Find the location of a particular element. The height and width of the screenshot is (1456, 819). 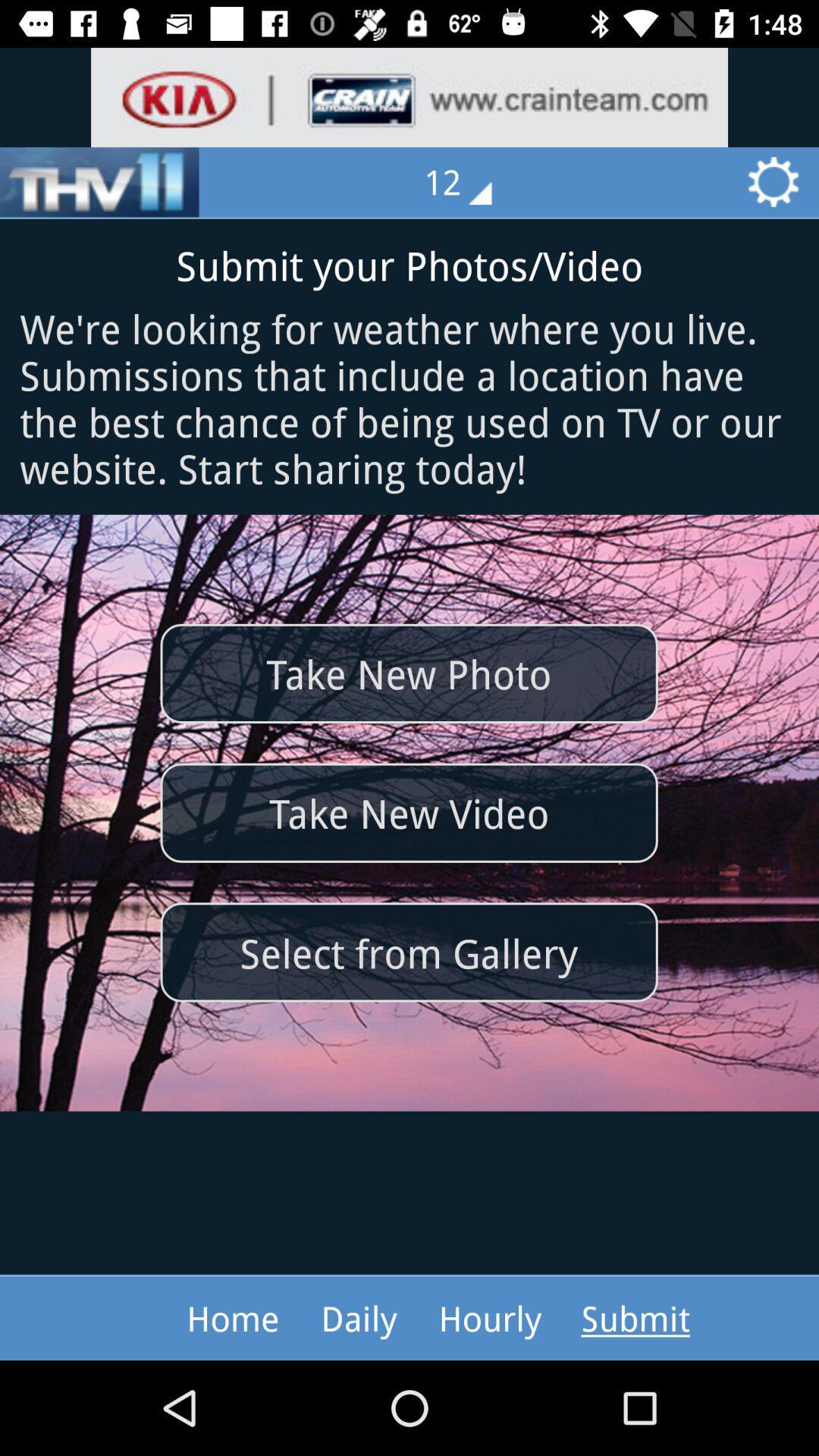

select from gallery item is located at coordinates (408, 951).